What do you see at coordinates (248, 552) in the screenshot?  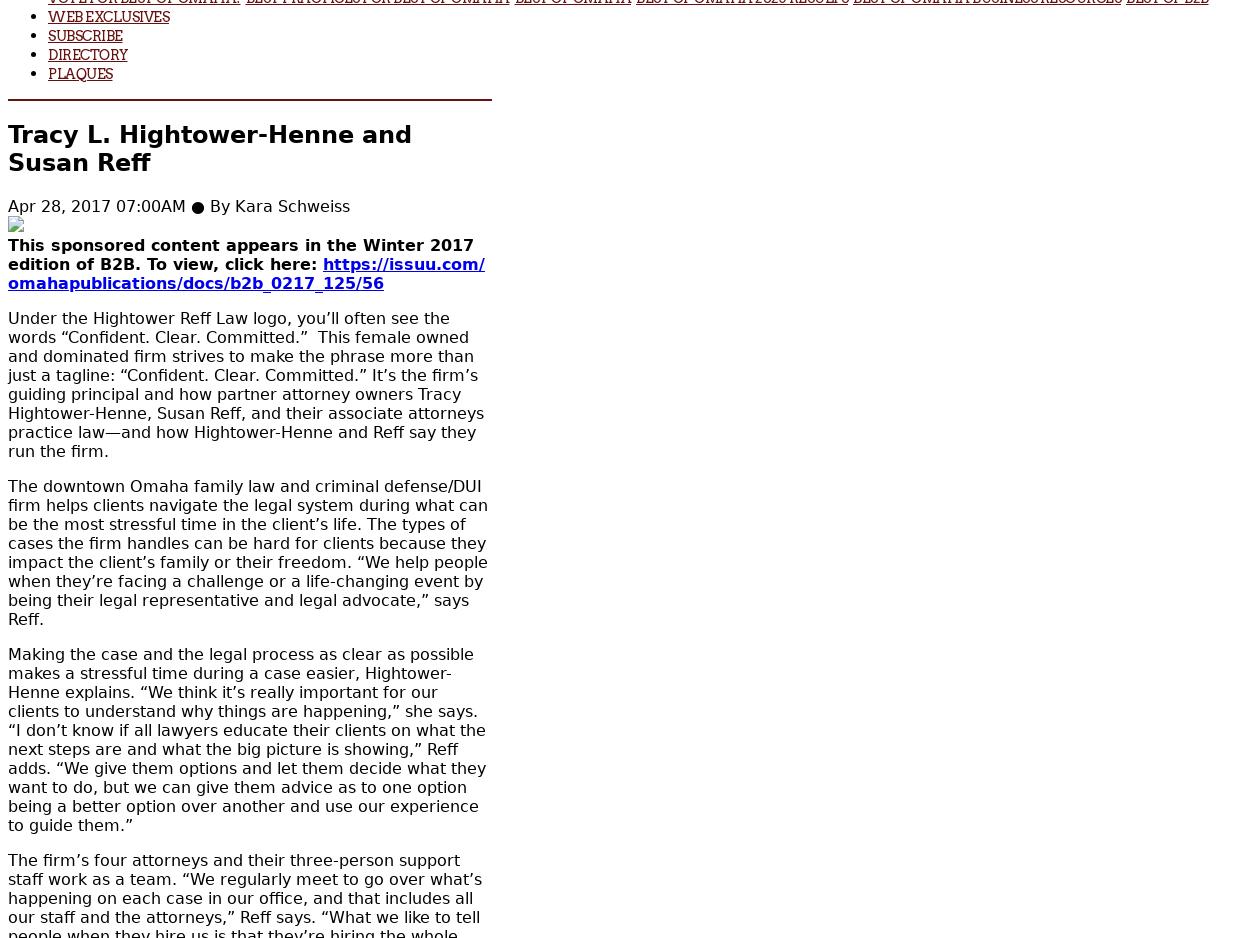 I see `'The downtown Omaha family law and criminal defense/DUI firm helps clients navigate the legal system during what can be the most stressful time in the client’s life. The types of cases the firm handles can be hard for clients because they impact the client’s family or their freedom. “We help people when they’re facing a challenge or a life-changing event by being their legal representative and legal advocate,” says Reff.'` at bounding box center [248, 552].